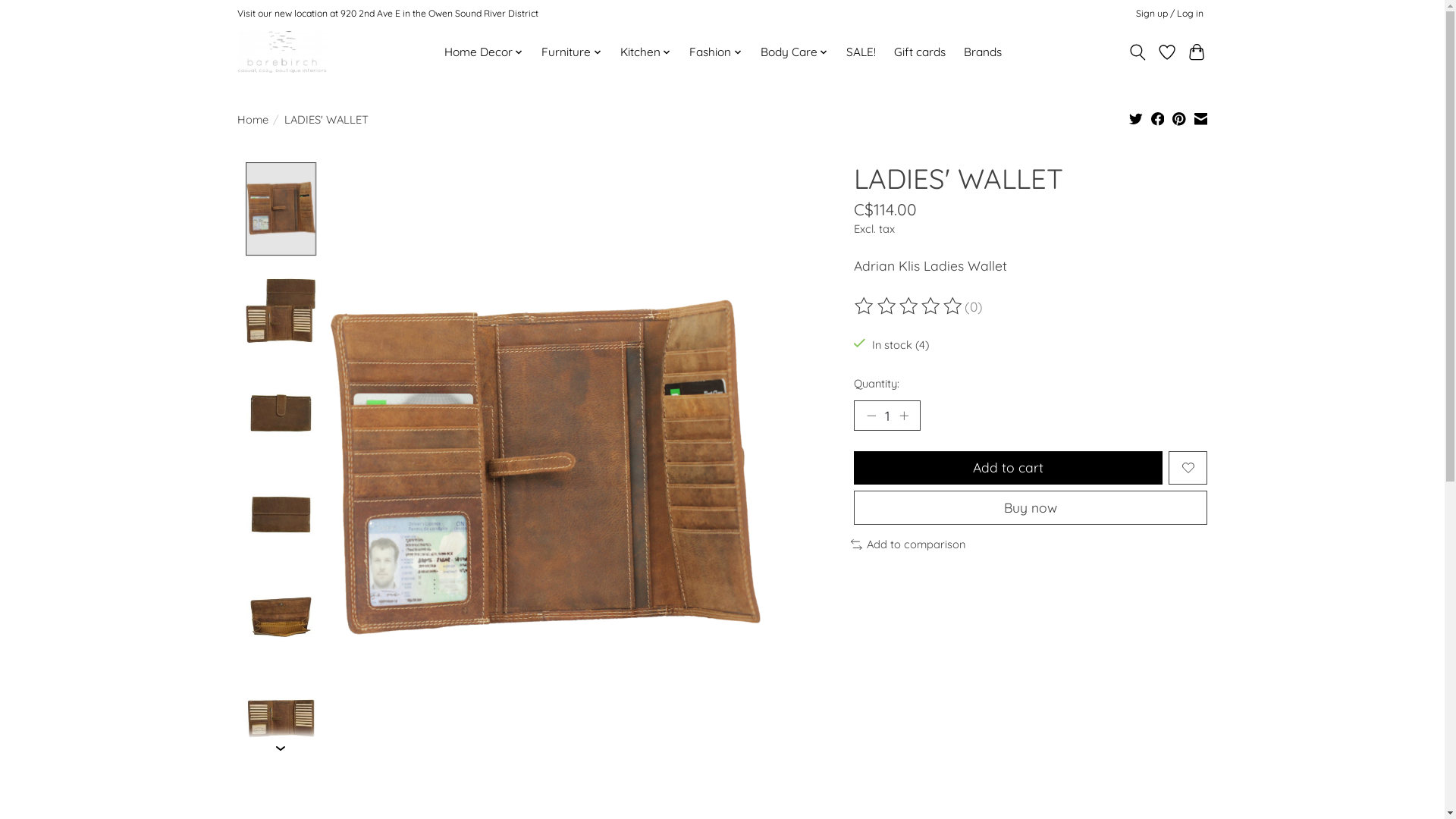  What do you see at coordinates (1200, 119) in the screenshot?
I see `'Share by Email'` at bounding box center [1200, 119].